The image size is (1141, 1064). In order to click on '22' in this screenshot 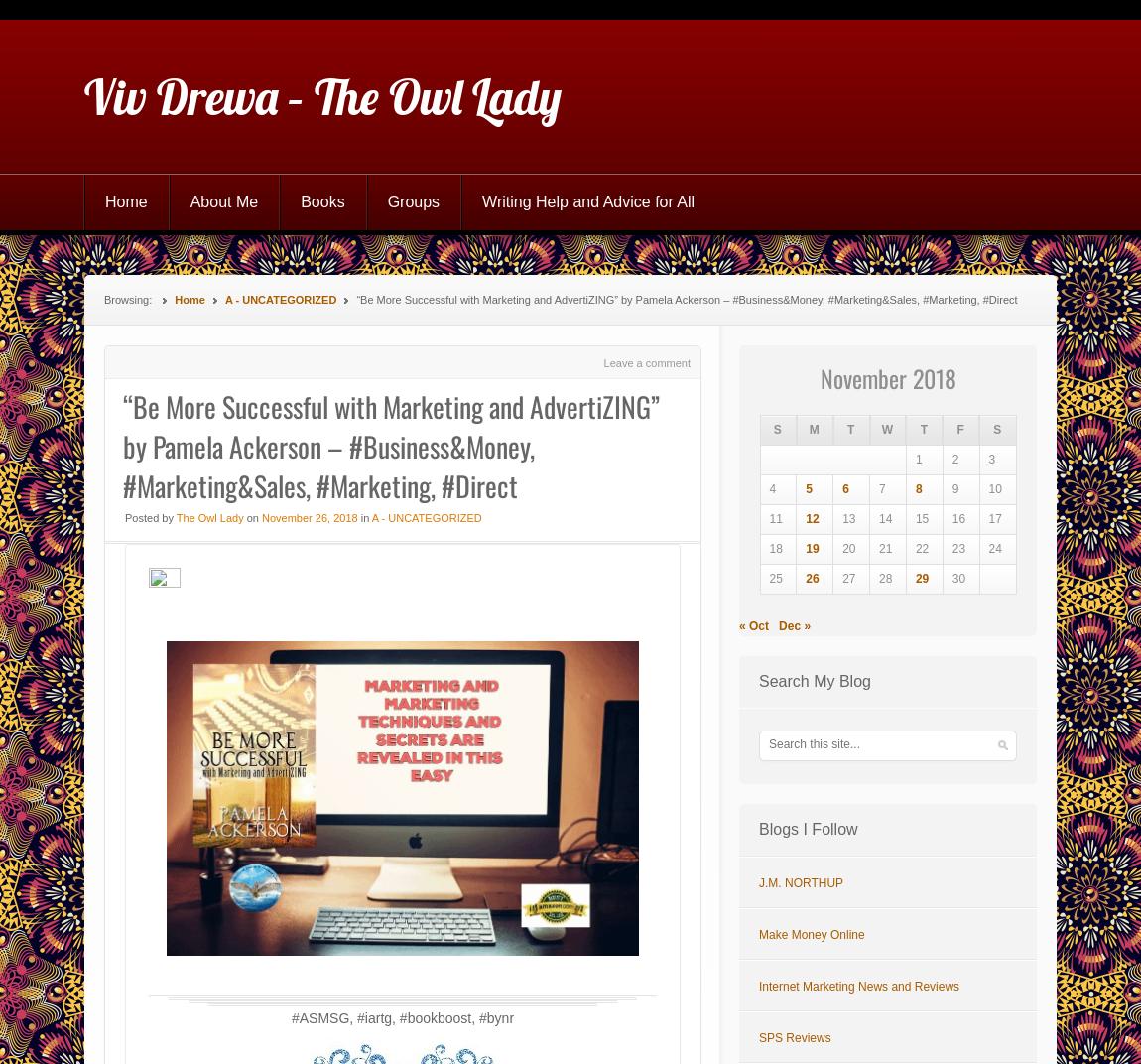, I will do `click(914, 548)`.